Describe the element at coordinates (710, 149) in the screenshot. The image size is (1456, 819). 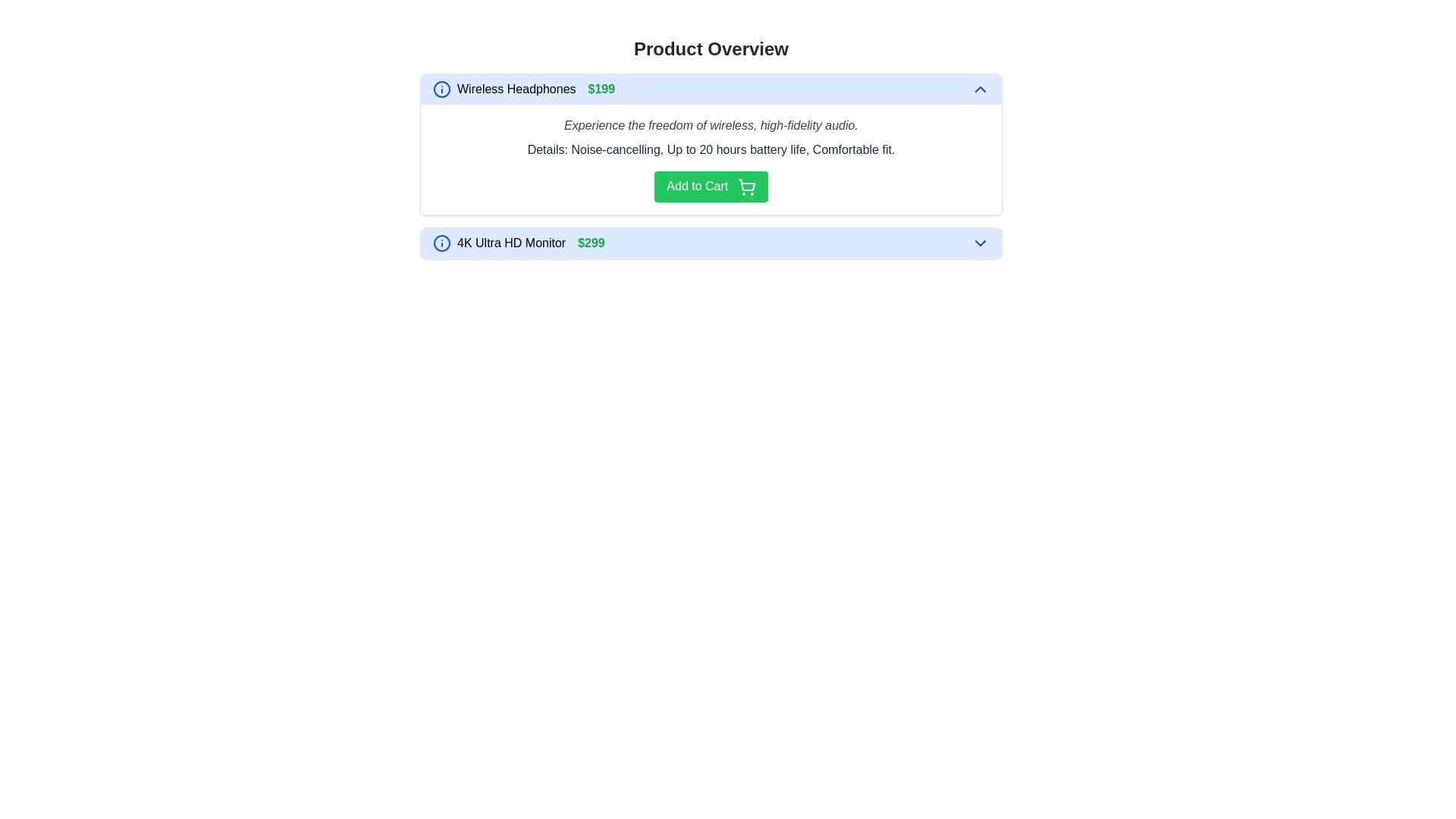
I see `the text block located below the primary description of the 'Wireless Headphones' product and above the 'Add to Cart' button` at that location.